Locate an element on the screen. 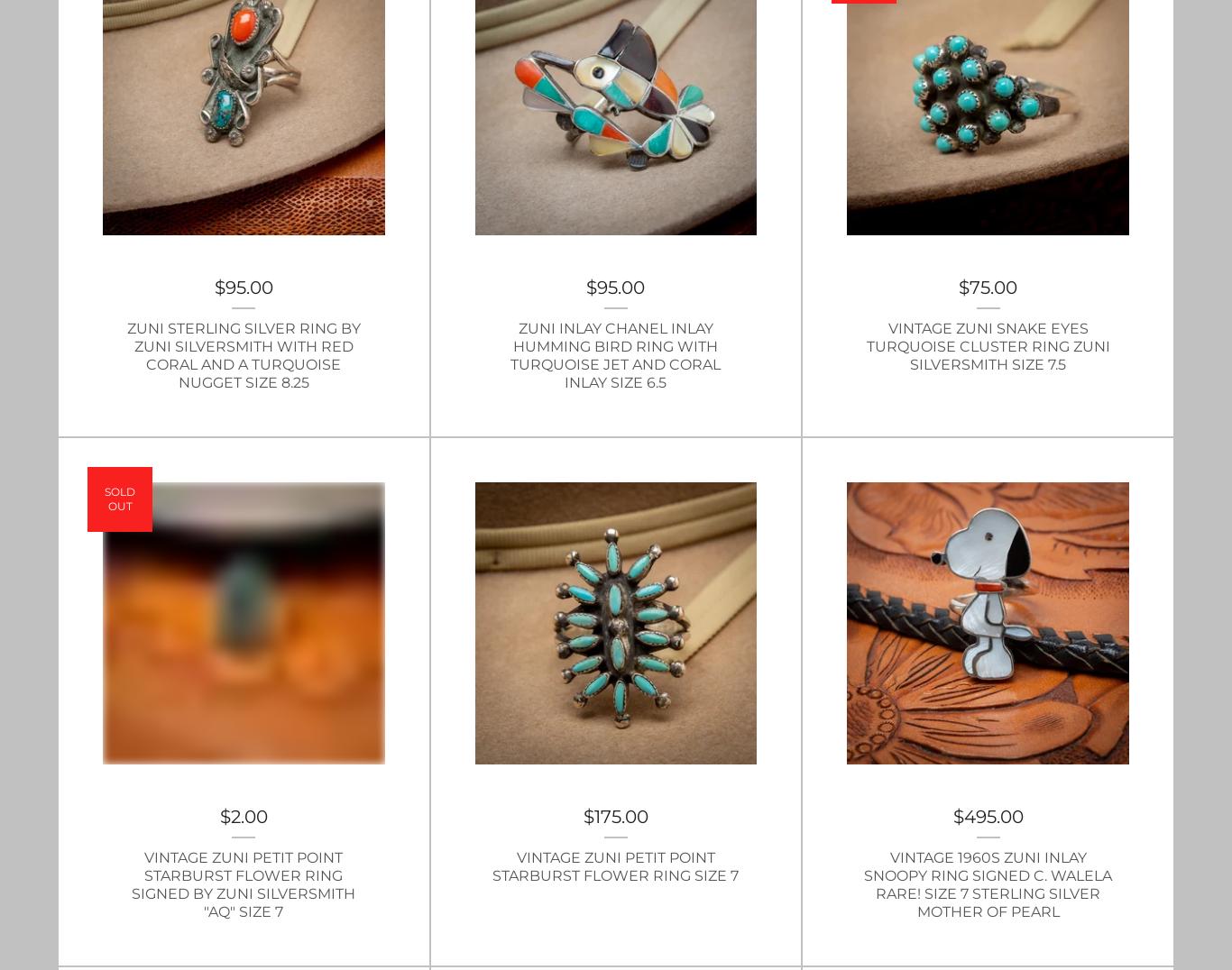 The width and height of the screenshot is (1232, 970). '175.00' is located at coordinates (621, 815).